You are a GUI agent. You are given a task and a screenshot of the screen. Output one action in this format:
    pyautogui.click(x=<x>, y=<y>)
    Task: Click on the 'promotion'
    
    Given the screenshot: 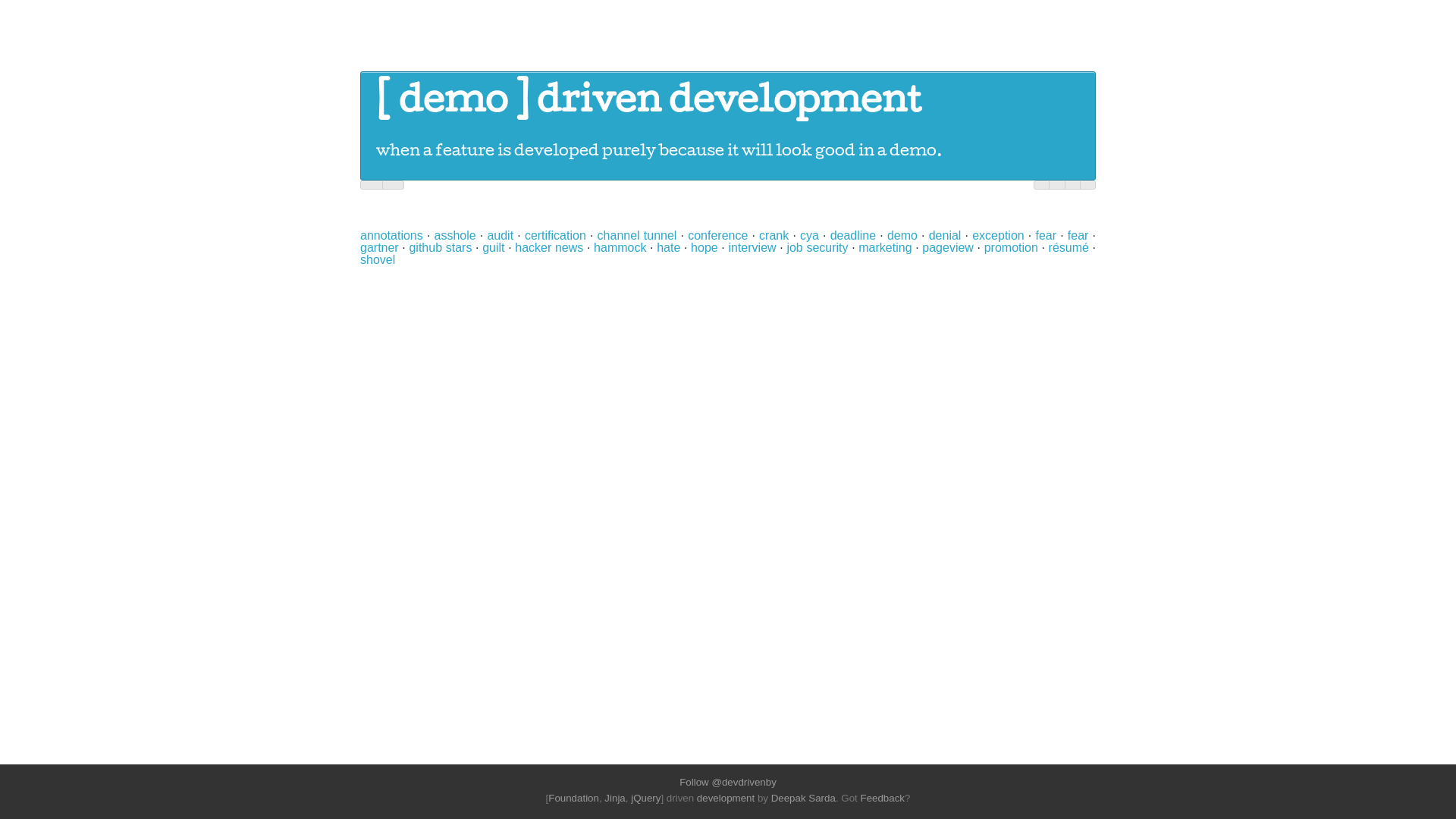 What is the action you would take?
    pyautogui.click(x=1011, y=246)
    